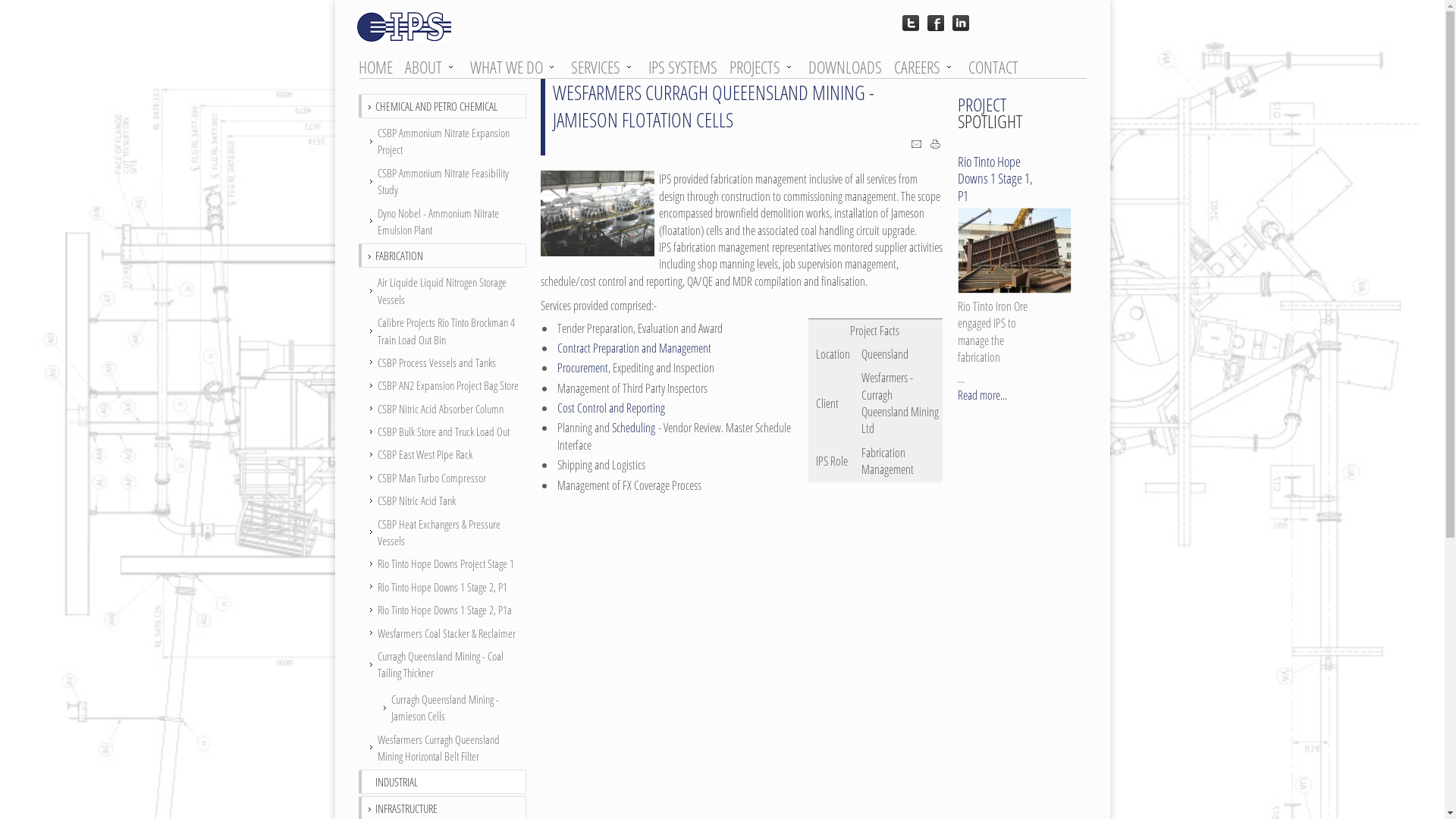 This screenshot has height=819, width=1456. What do you see at coordinates (442, 608) in the screenshot?
I see `'Rio Tinto Hope Downs 1 Stage 2, P1a'` at bounding box center [442, 608].